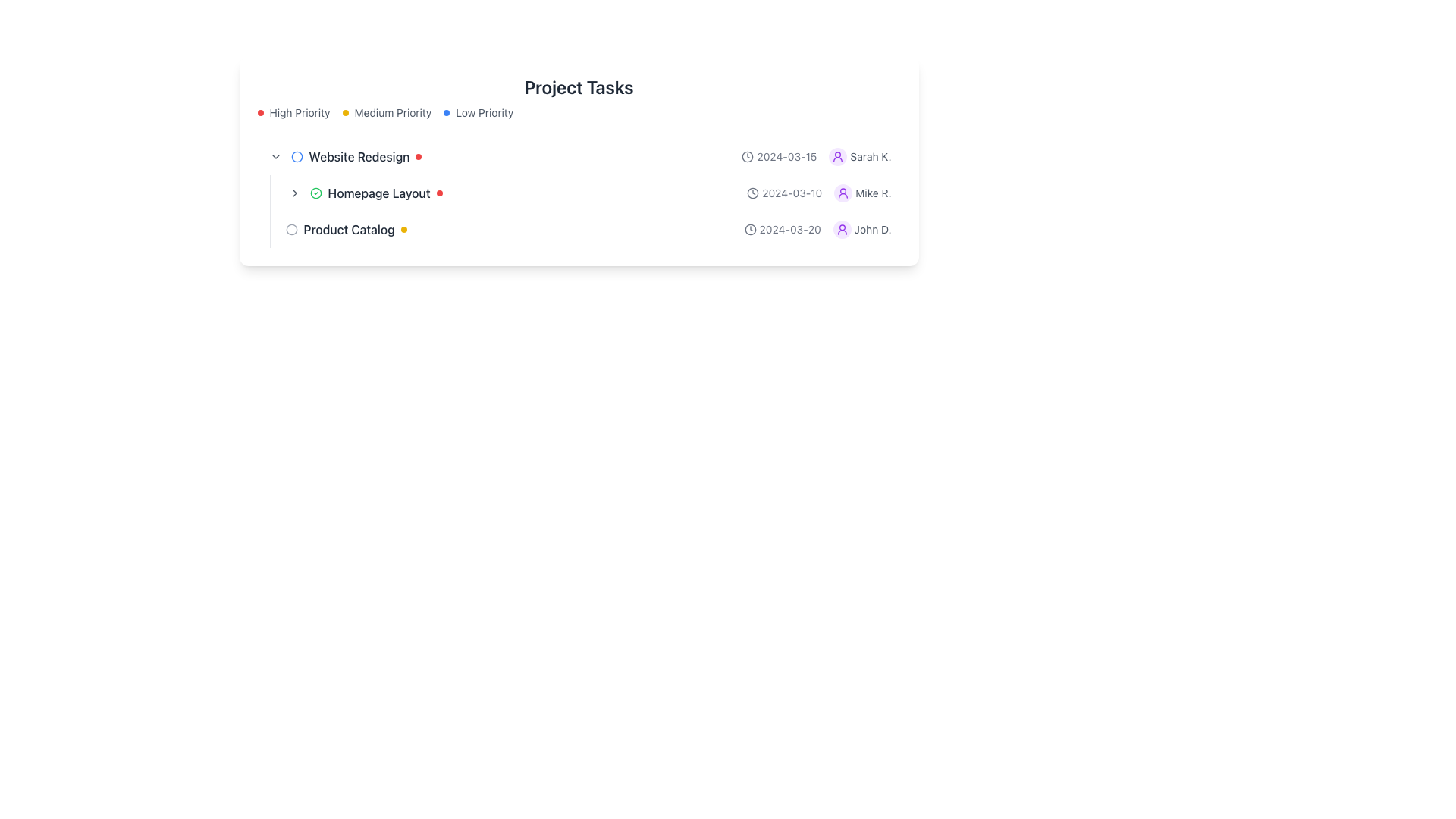 Image resolution: width=1456 pixels, height=819 pixels. I want to click on date information displayed in the static text element associated with the task labeled 'Homepage Layout', located in the second row of the task list, so click(784, 192).